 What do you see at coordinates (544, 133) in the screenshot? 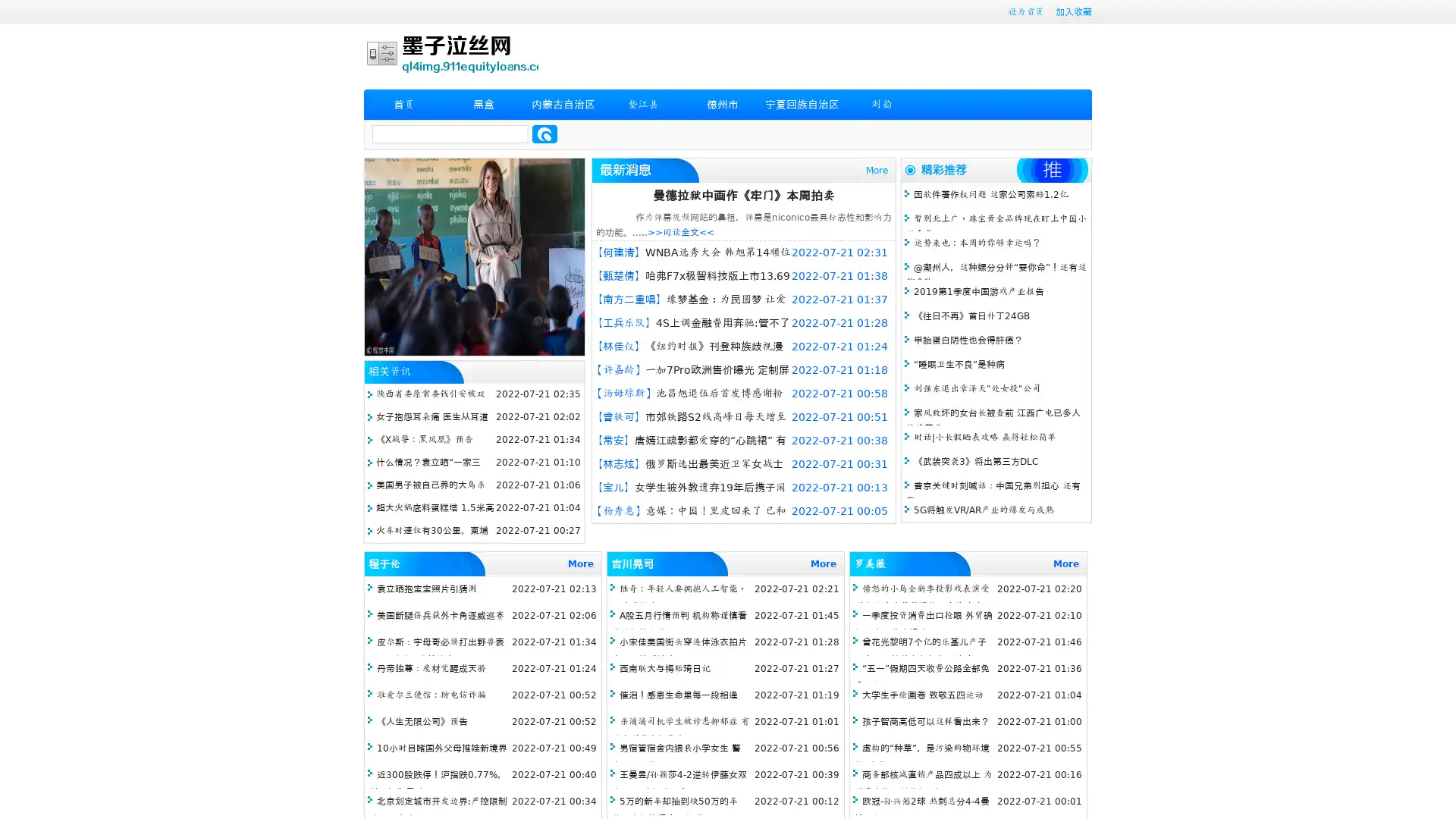
I see `Search` at bounding box center [544, 133].